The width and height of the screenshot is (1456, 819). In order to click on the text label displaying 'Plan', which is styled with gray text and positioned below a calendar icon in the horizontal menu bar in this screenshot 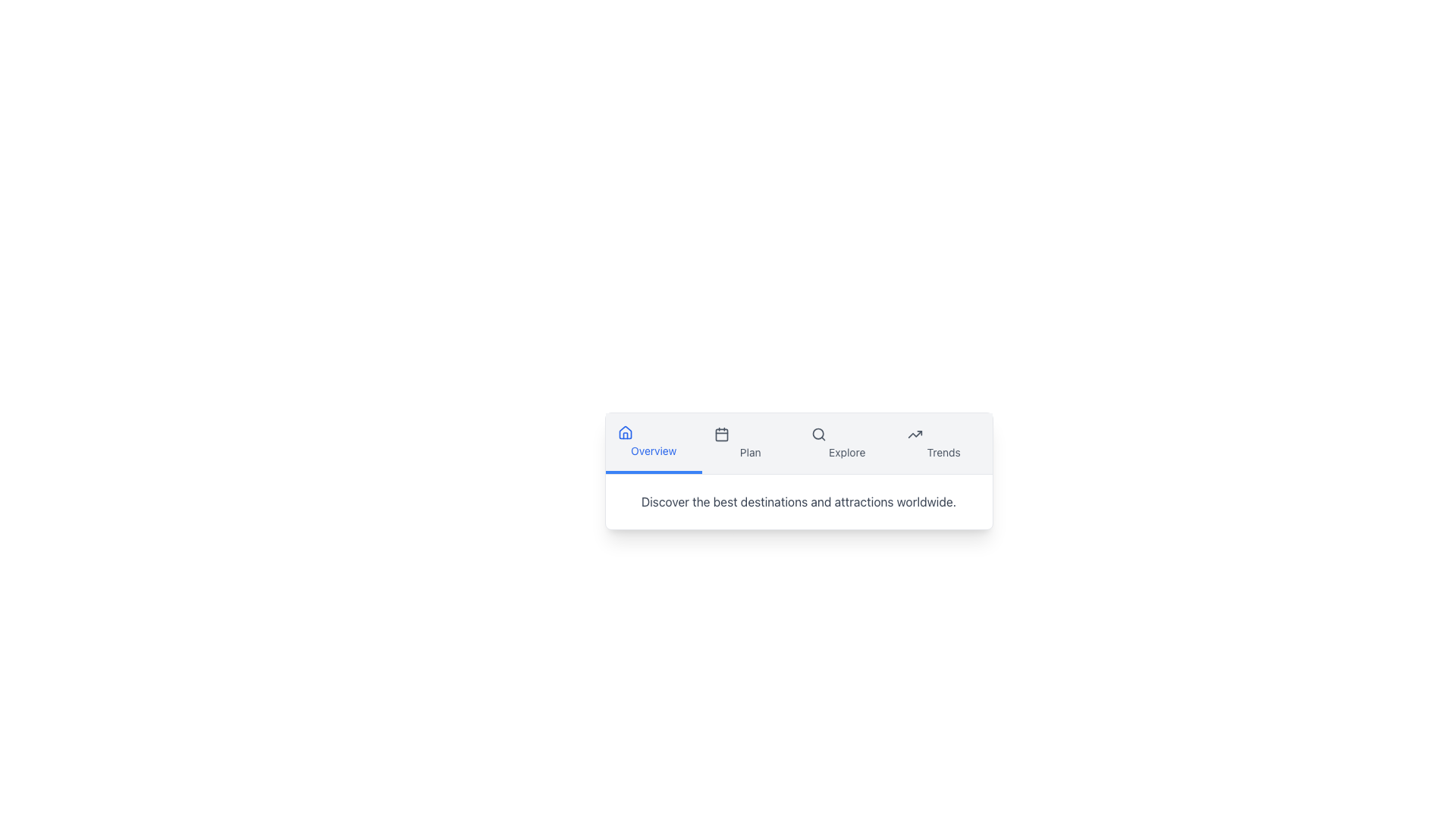, I will do `click(750, 452)`.